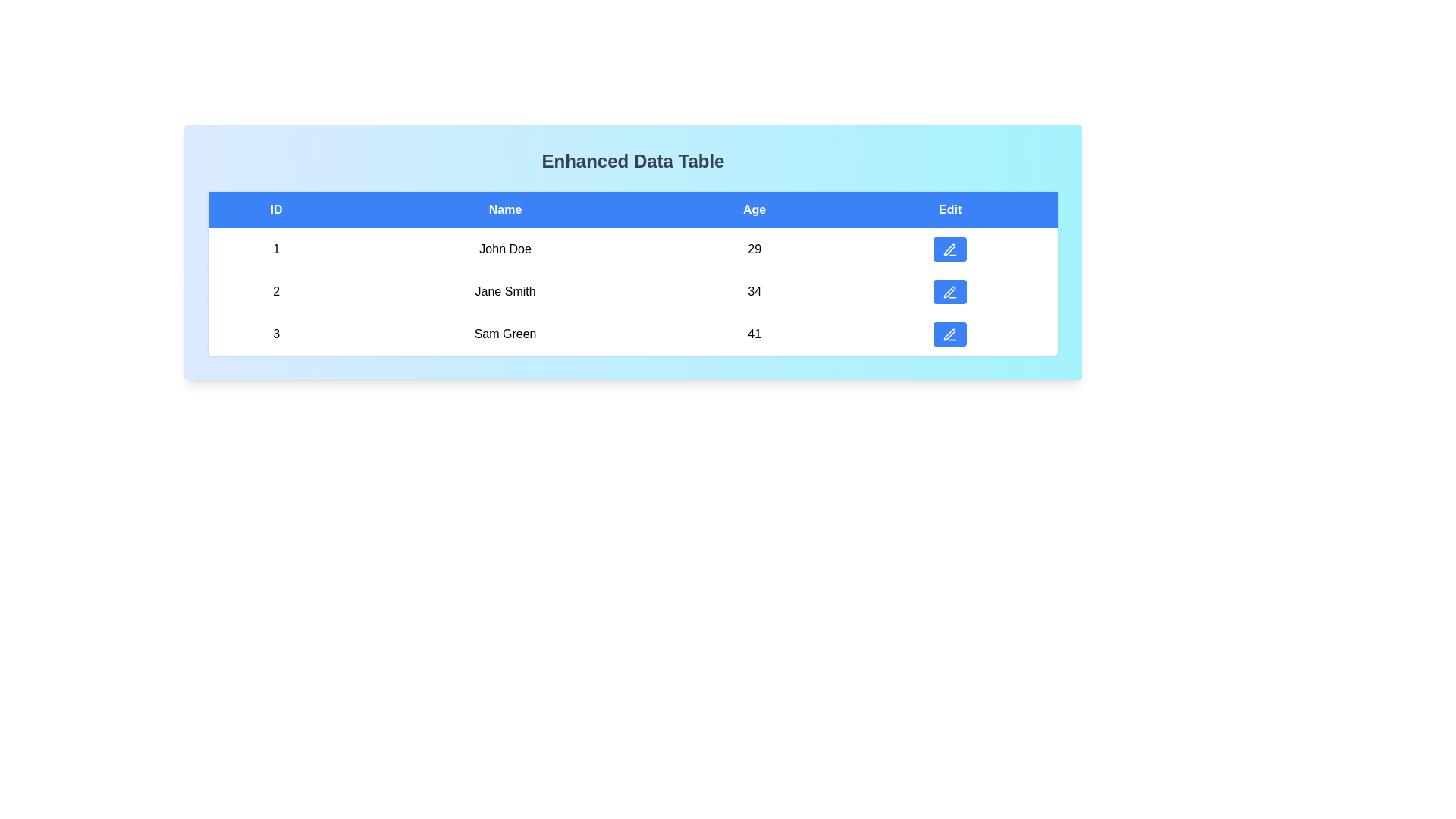 The width and height of the screenshot is (1456, 819). I want to click on the row corresponding to 1, so click(633, 248).